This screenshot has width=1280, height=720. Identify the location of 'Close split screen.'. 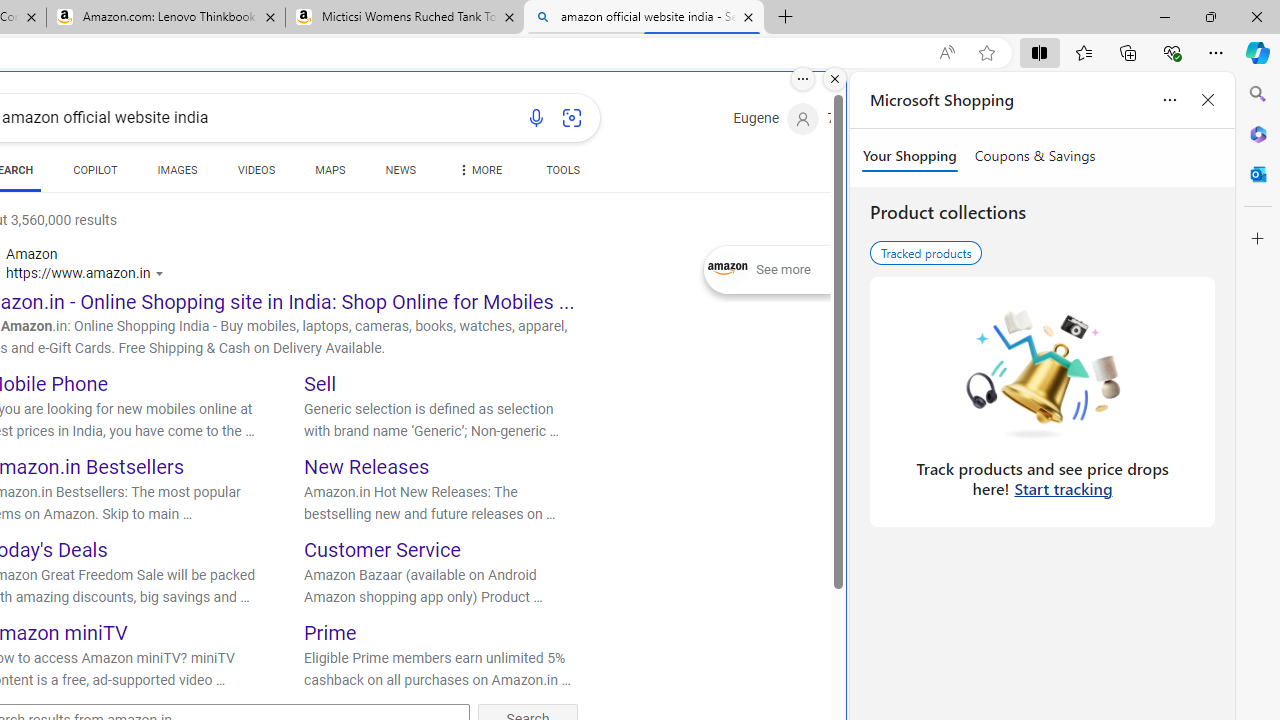
(835, 78).